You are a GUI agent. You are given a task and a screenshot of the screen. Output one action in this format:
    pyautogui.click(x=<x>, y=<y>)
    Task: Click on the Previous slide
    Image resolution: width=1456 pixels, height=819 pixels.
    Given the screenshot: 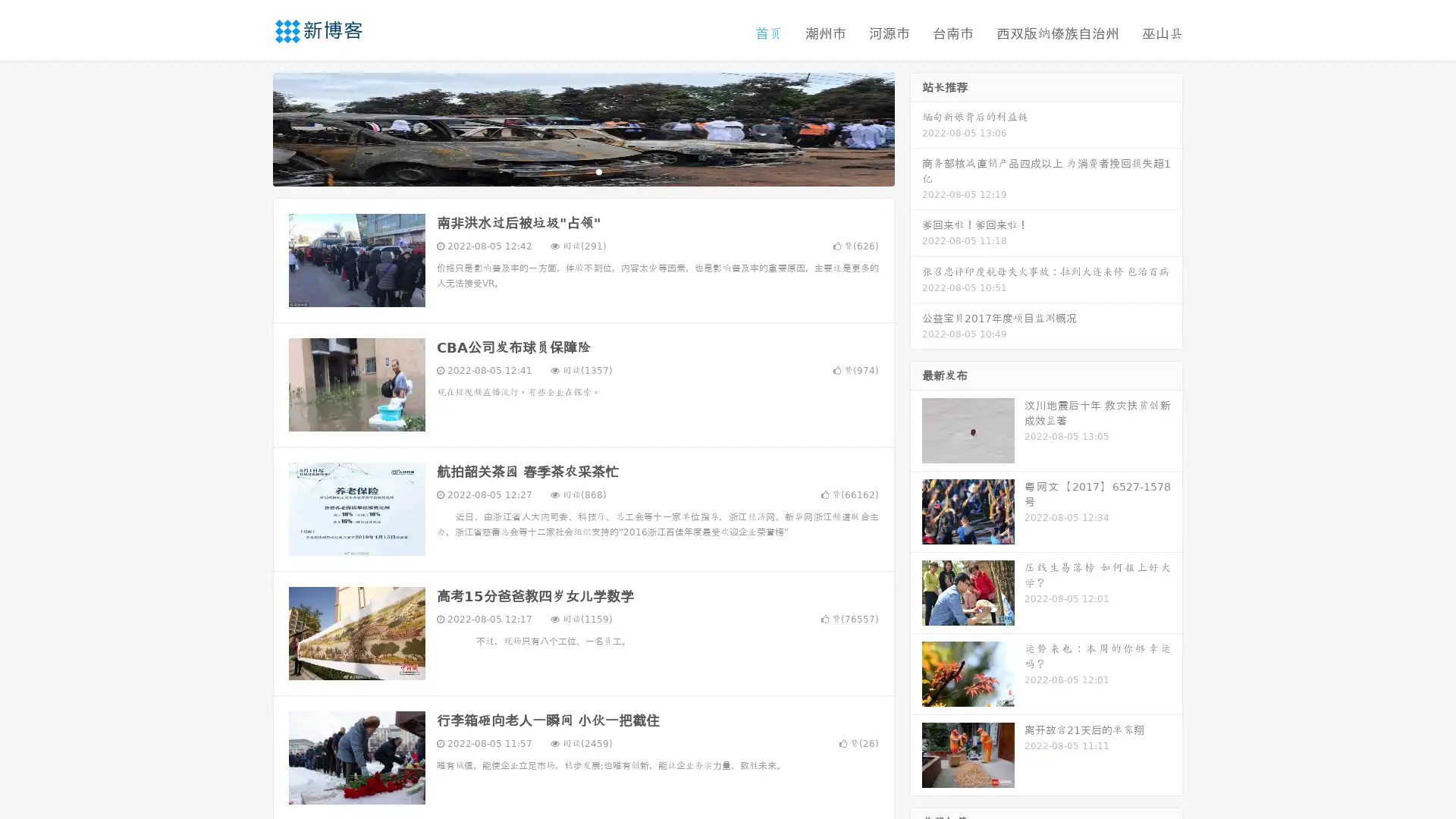 What is the action you would take?
    pyautogui.click(x=250, y=127)
    